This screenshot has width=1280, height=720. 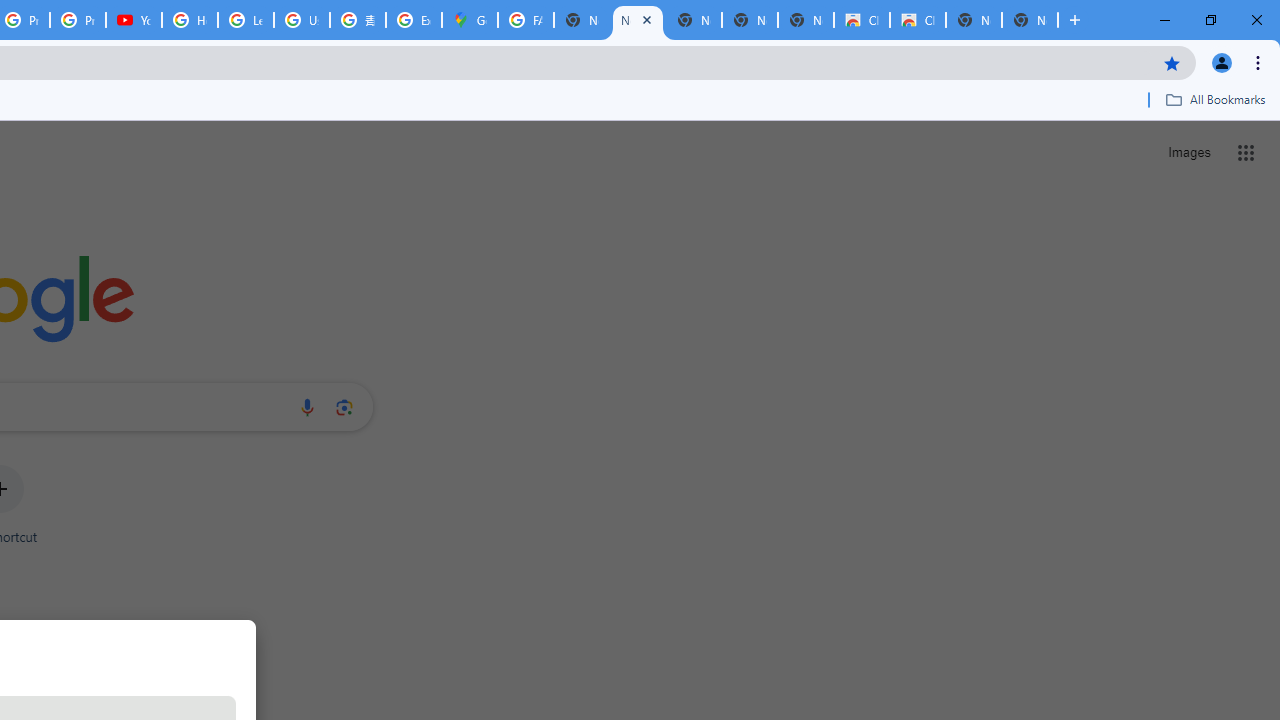 I want to click on 'Classic Blue - Chrome Web Store', so click(x=862, y=20).